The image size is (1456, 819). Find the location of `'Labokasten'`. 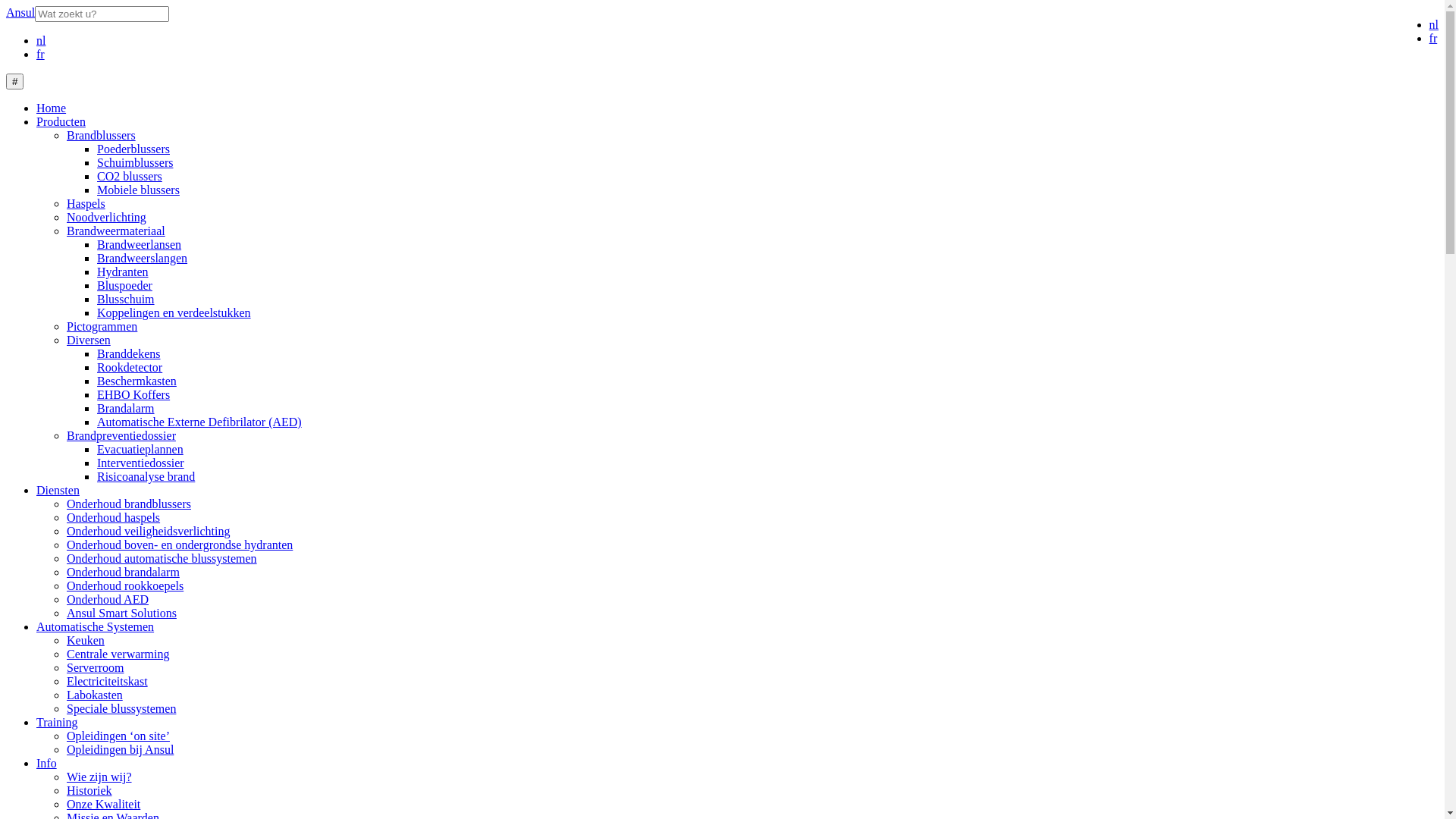

'Labokasten' is located at coordinates (93, 695).